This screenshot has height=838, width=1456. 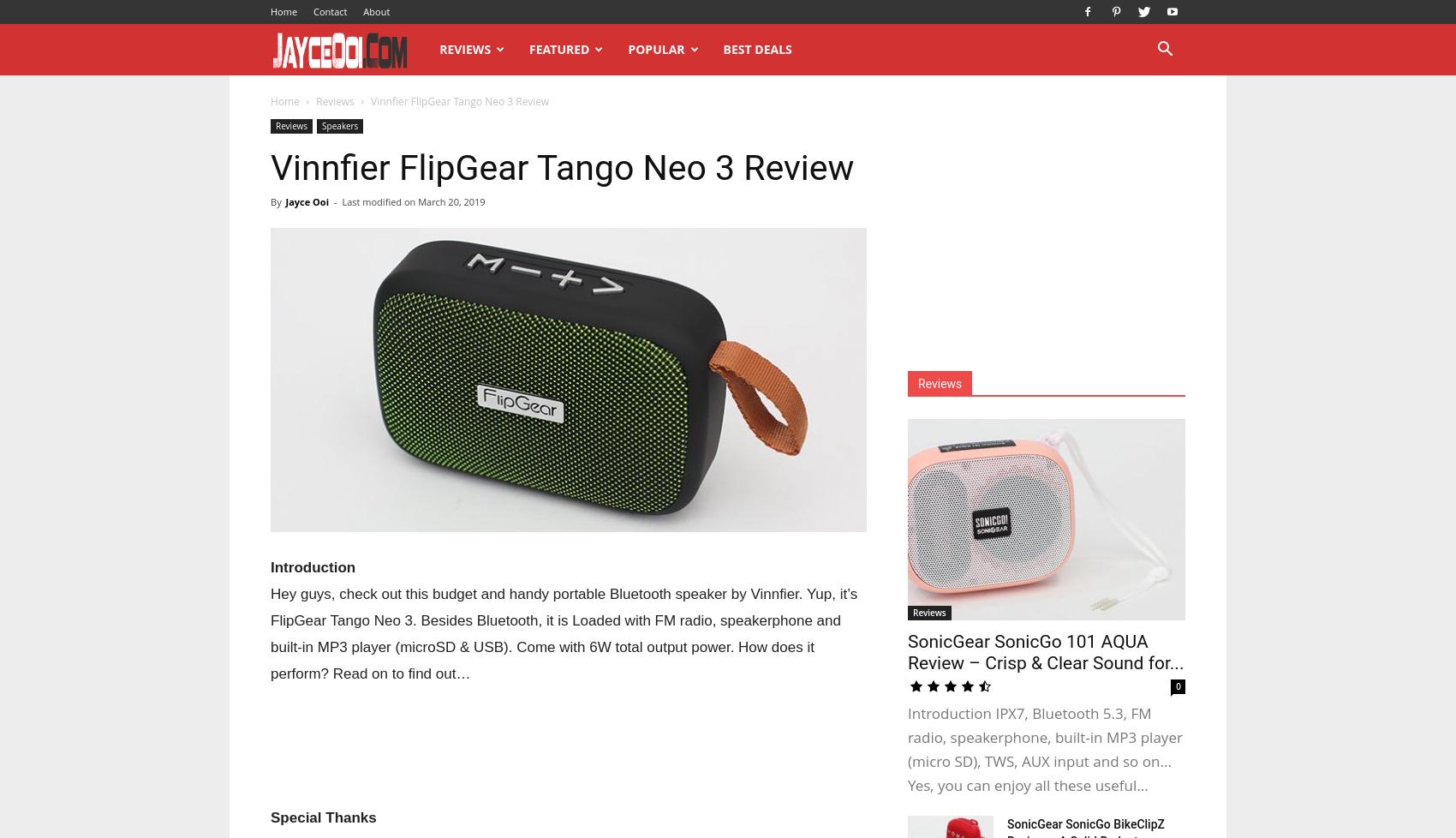 I want to click on 'Home', so click(x=284, y=101).